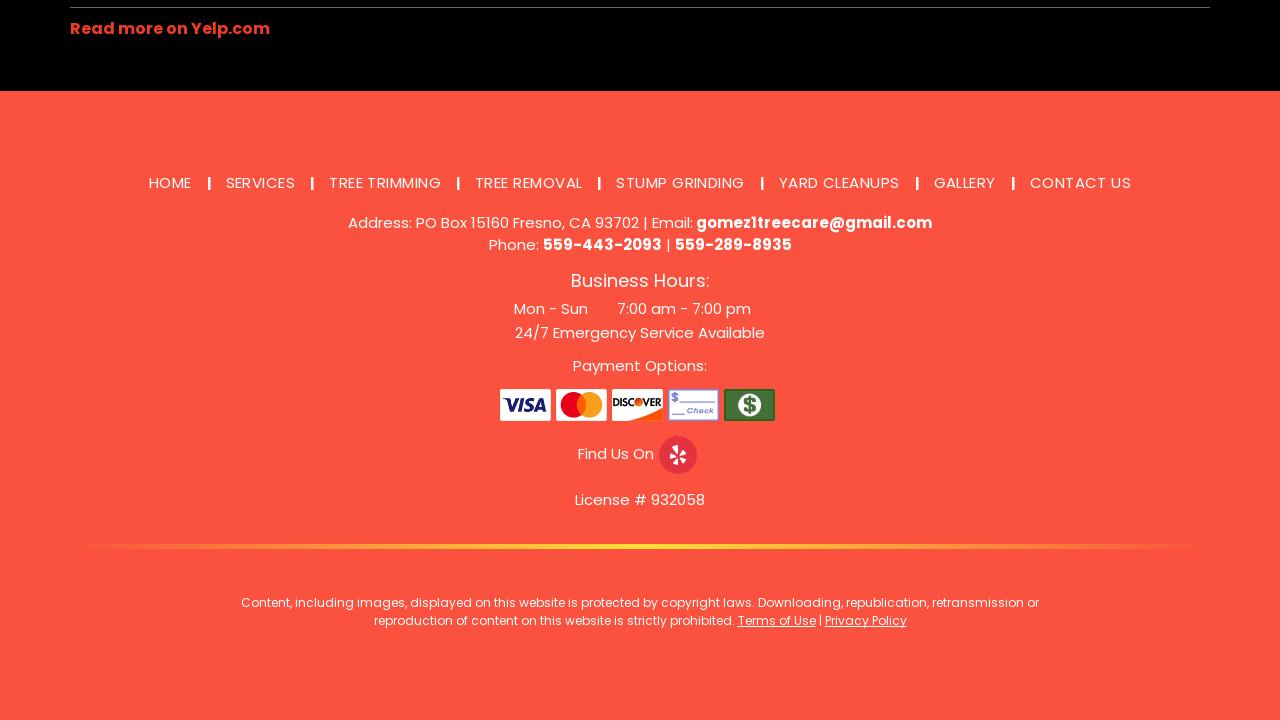  Describe the element at coordinates (638, 279) in the screenshot. I see `'Business Hours:'` at that location.